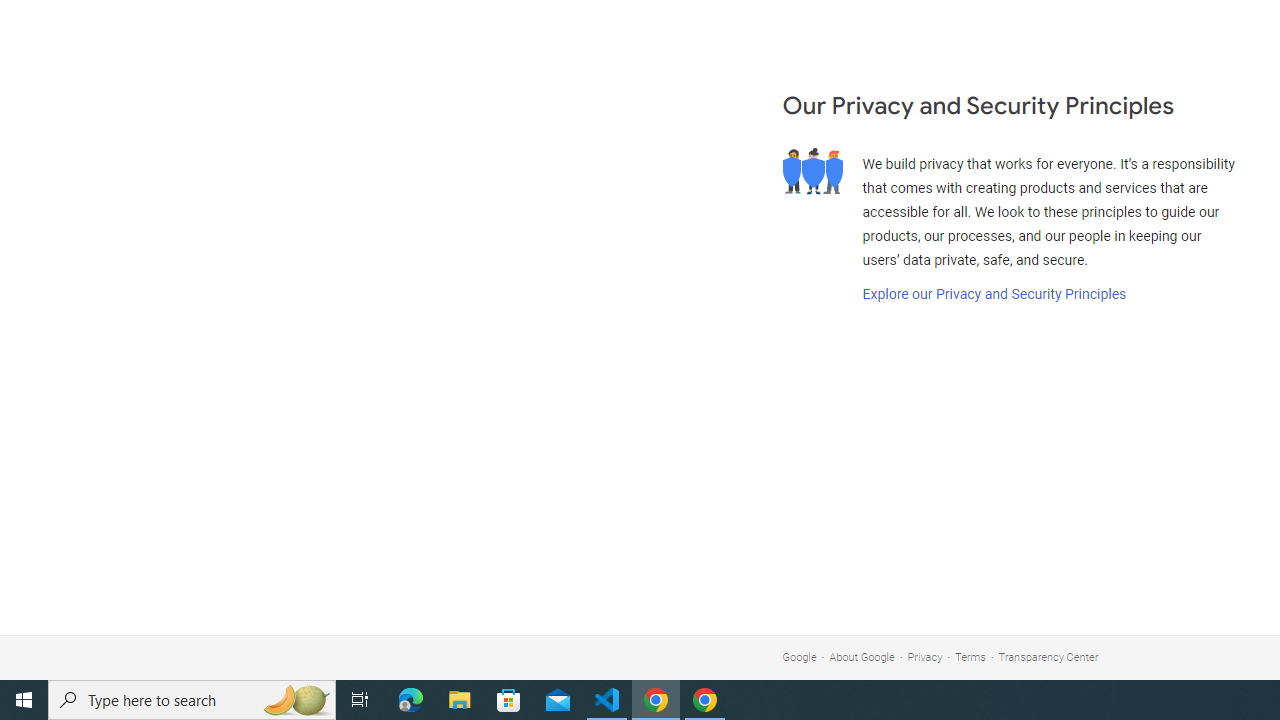 The image size is (1280, 720). I want to click on 'About Google', so click(862, 657).